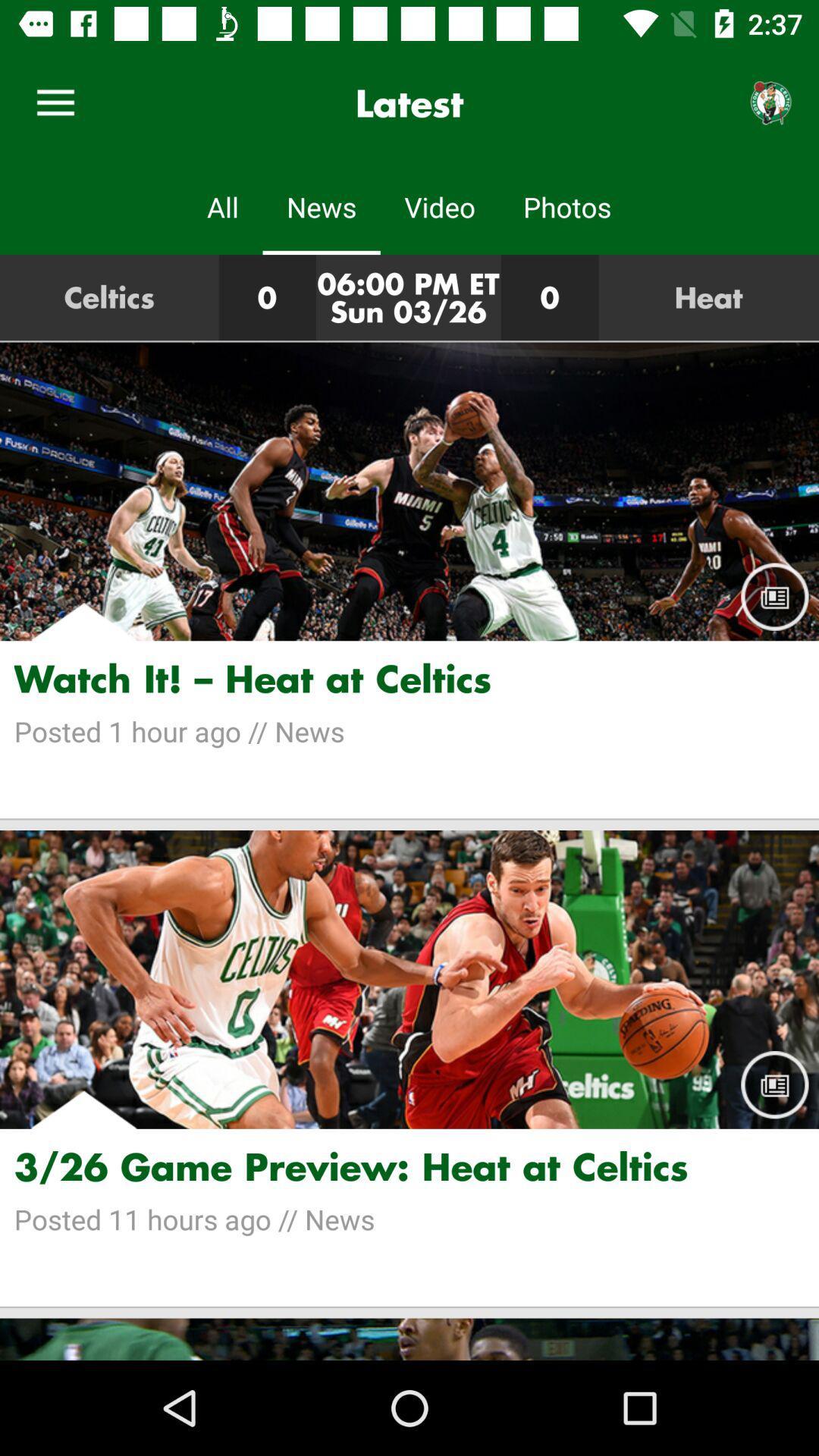 The height and width of the screenshot is (1456, 819). Describe the element at coordinates (55, 102) in the screenshot. I see `the icon to the left of the latest item` at that location.